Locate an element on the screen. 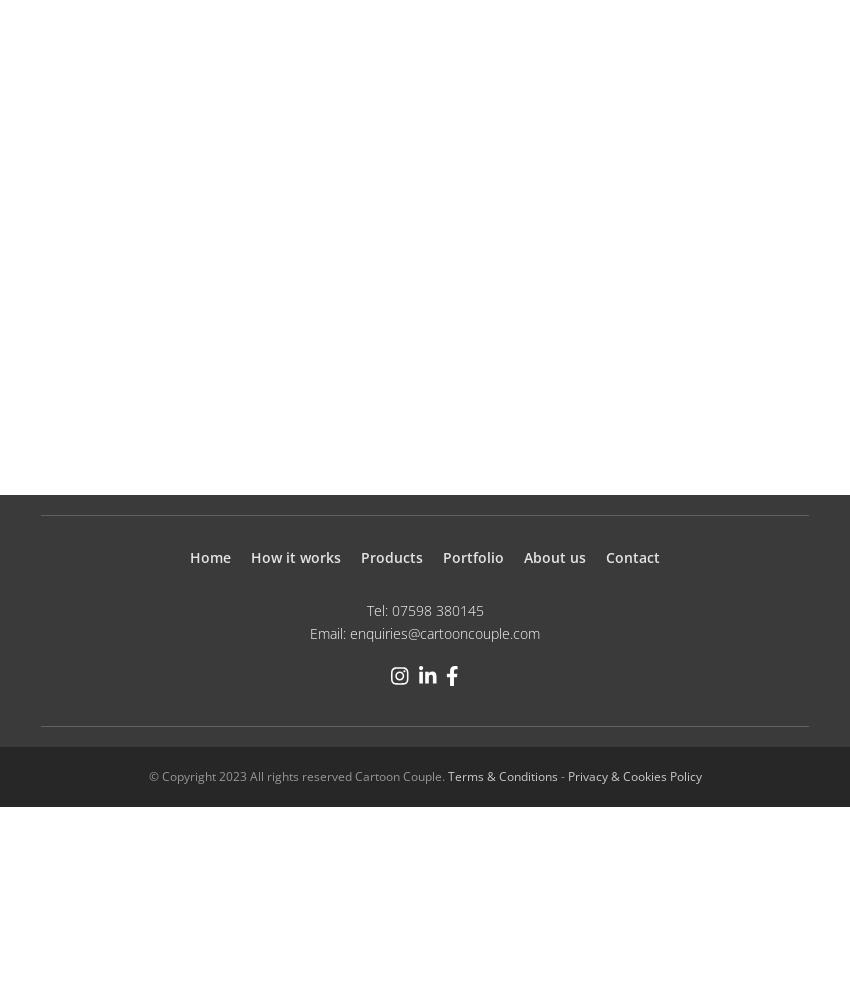 This screenshot has width=850, height=1000. 'Products' is located at coordinates (392, 557).